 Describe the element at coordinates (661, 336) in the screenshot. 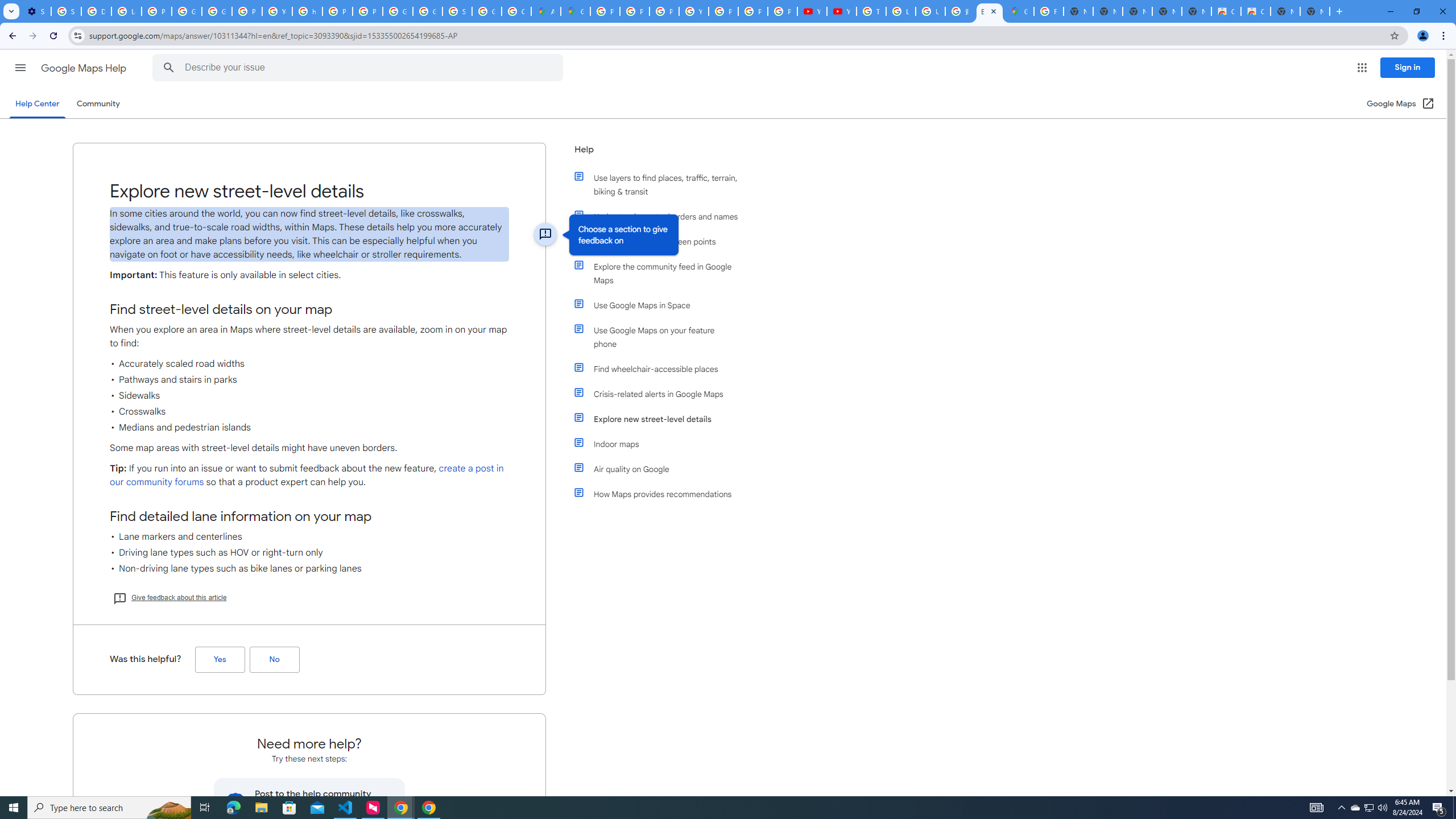

I see `'Use Google Maps on your feature phone'` at that location.